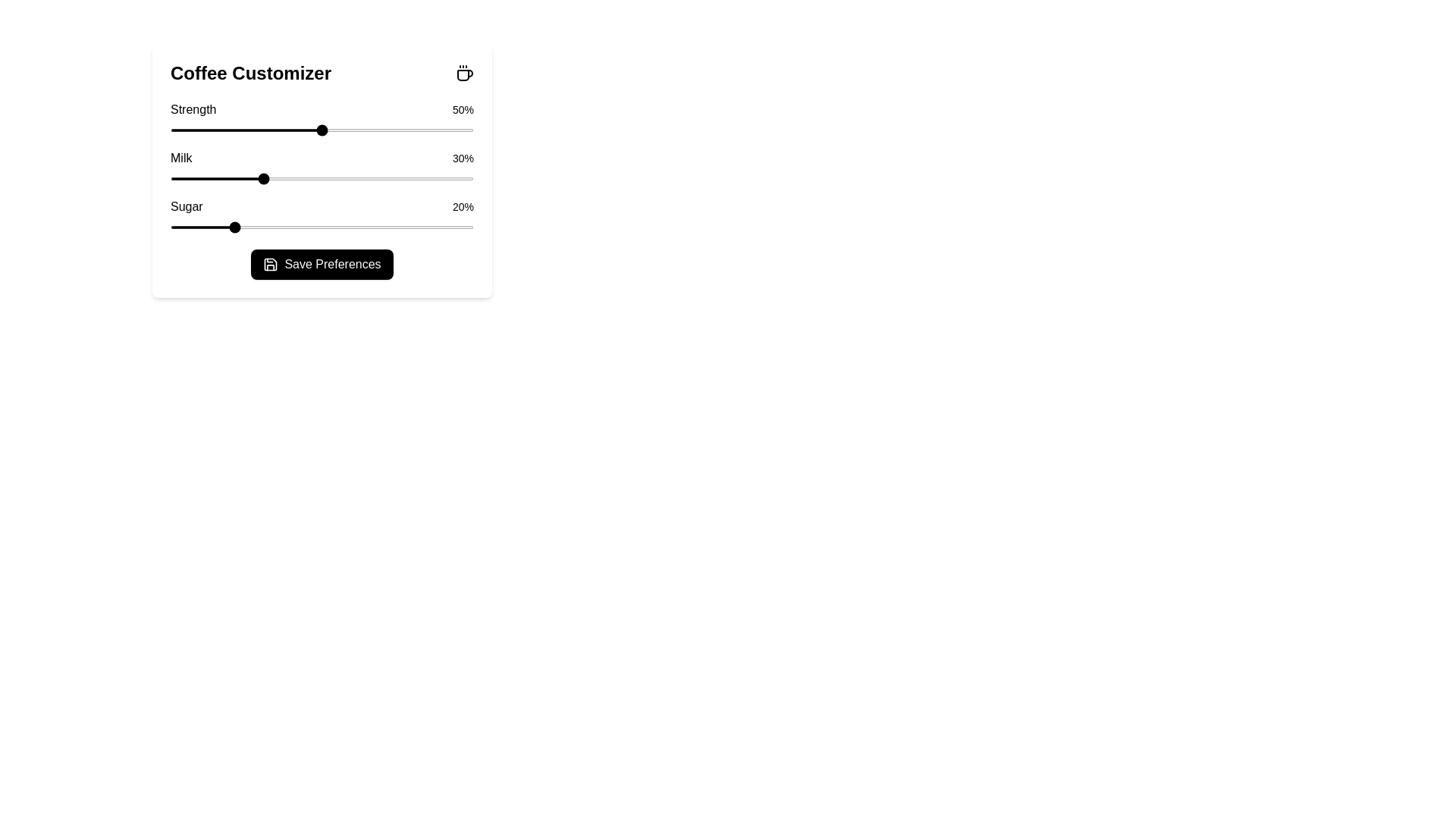 This screenshot has height=819, width=1456. Describe the element at coordinates (322, 263) in the screenshot. I see `the 'Save Preferences' button located beneath the sliders for 'Strength', 'Milk', and 'Sugar' in the 'Coffee Customizer' component` at that location.